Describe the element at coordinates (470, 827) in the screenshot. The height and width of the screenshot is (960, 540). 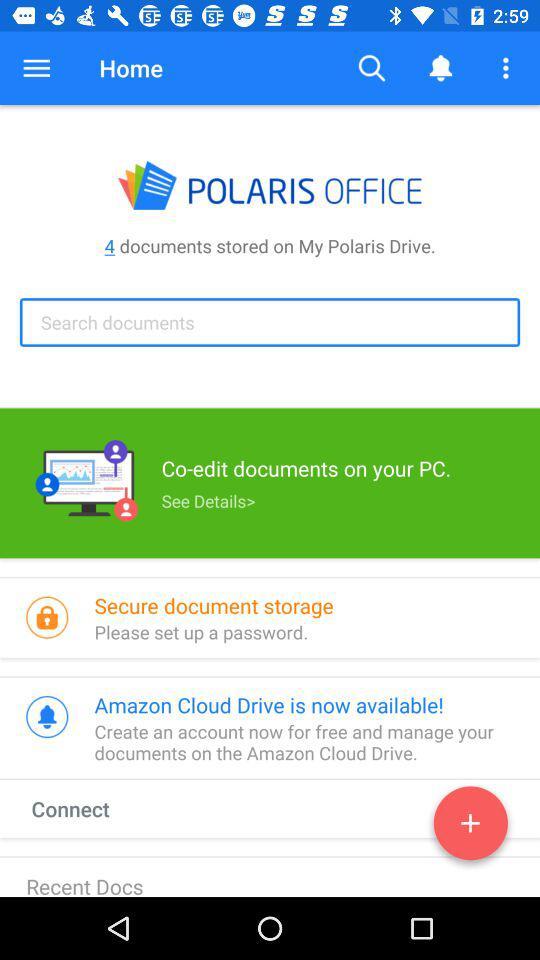
I see `the item next to connect icon` at that location.